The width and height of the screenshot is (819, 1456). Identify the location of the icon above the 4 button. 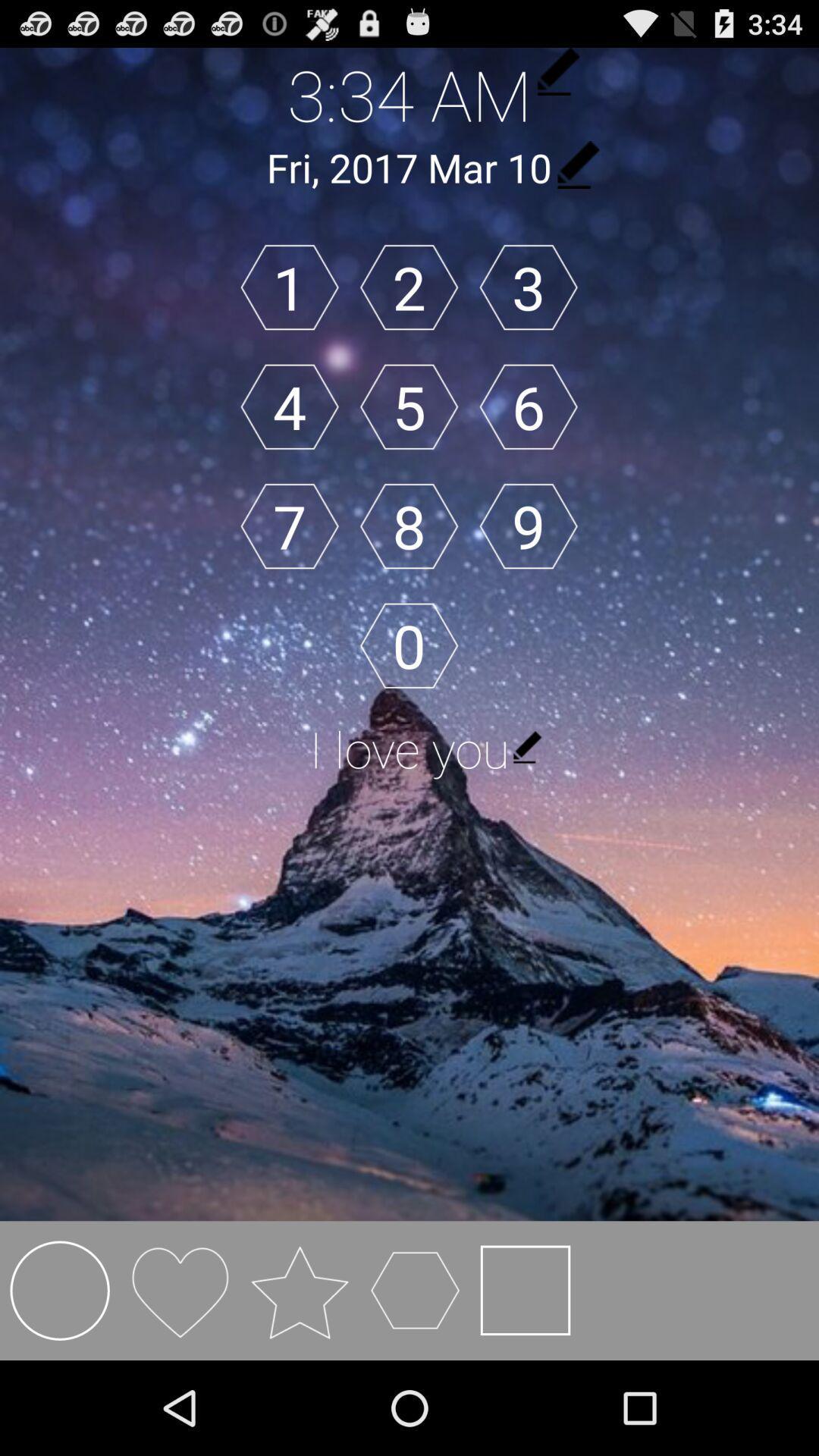
(290, 287).